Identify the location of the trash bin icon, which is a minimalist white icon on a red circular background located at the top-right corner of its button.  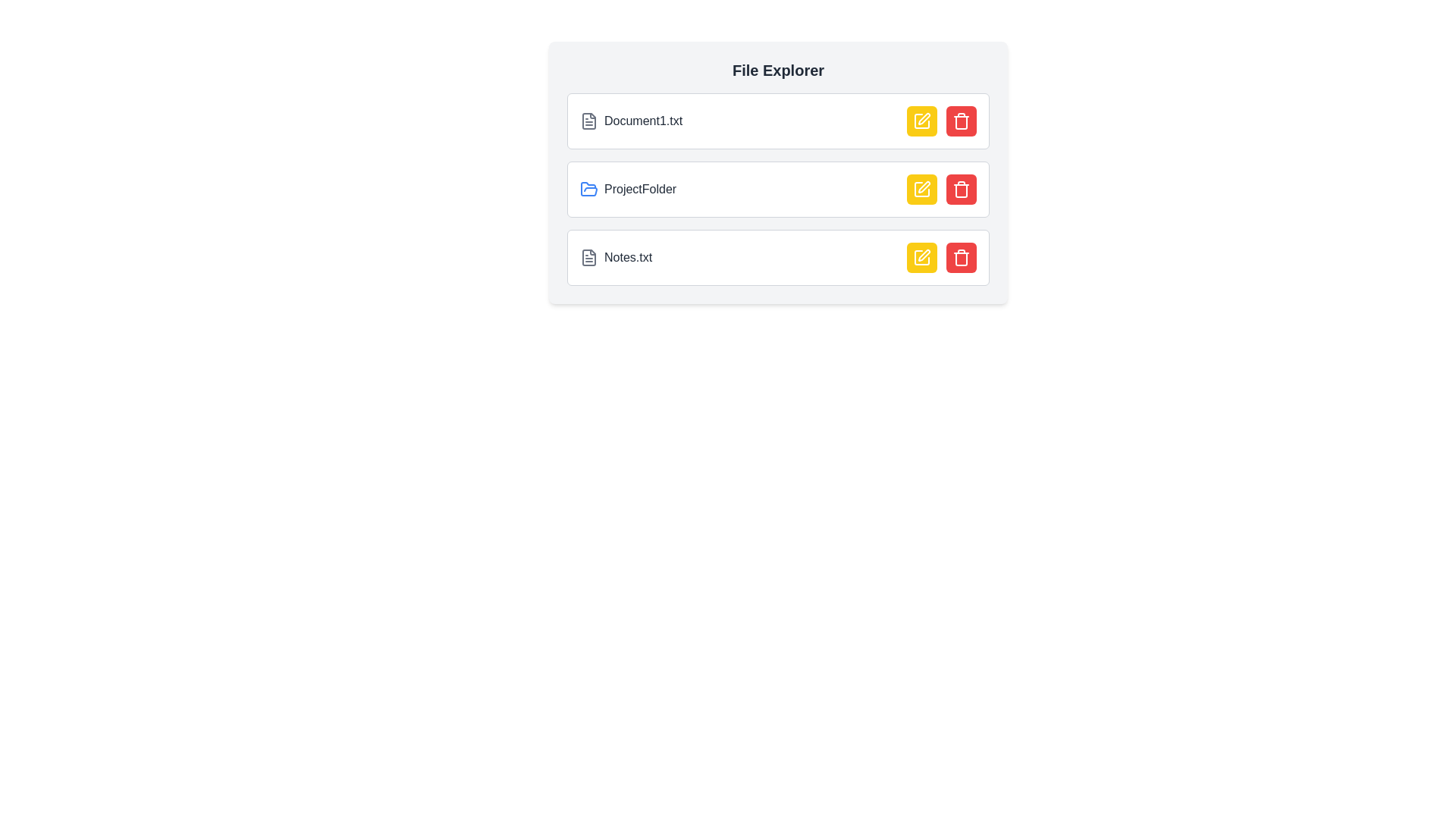
(960, 256).